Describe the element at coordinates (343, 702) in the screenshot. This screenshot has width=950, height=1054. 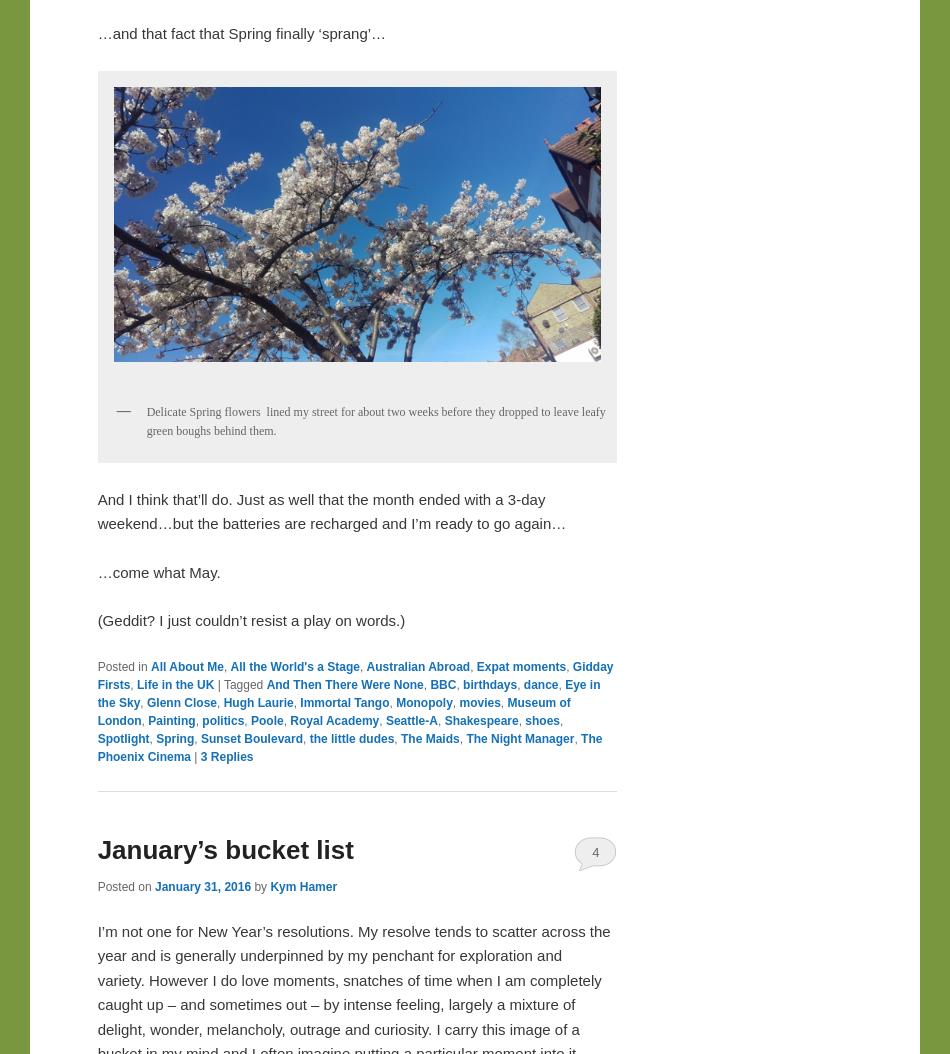
I see `'Immortal Tango'` at that location.